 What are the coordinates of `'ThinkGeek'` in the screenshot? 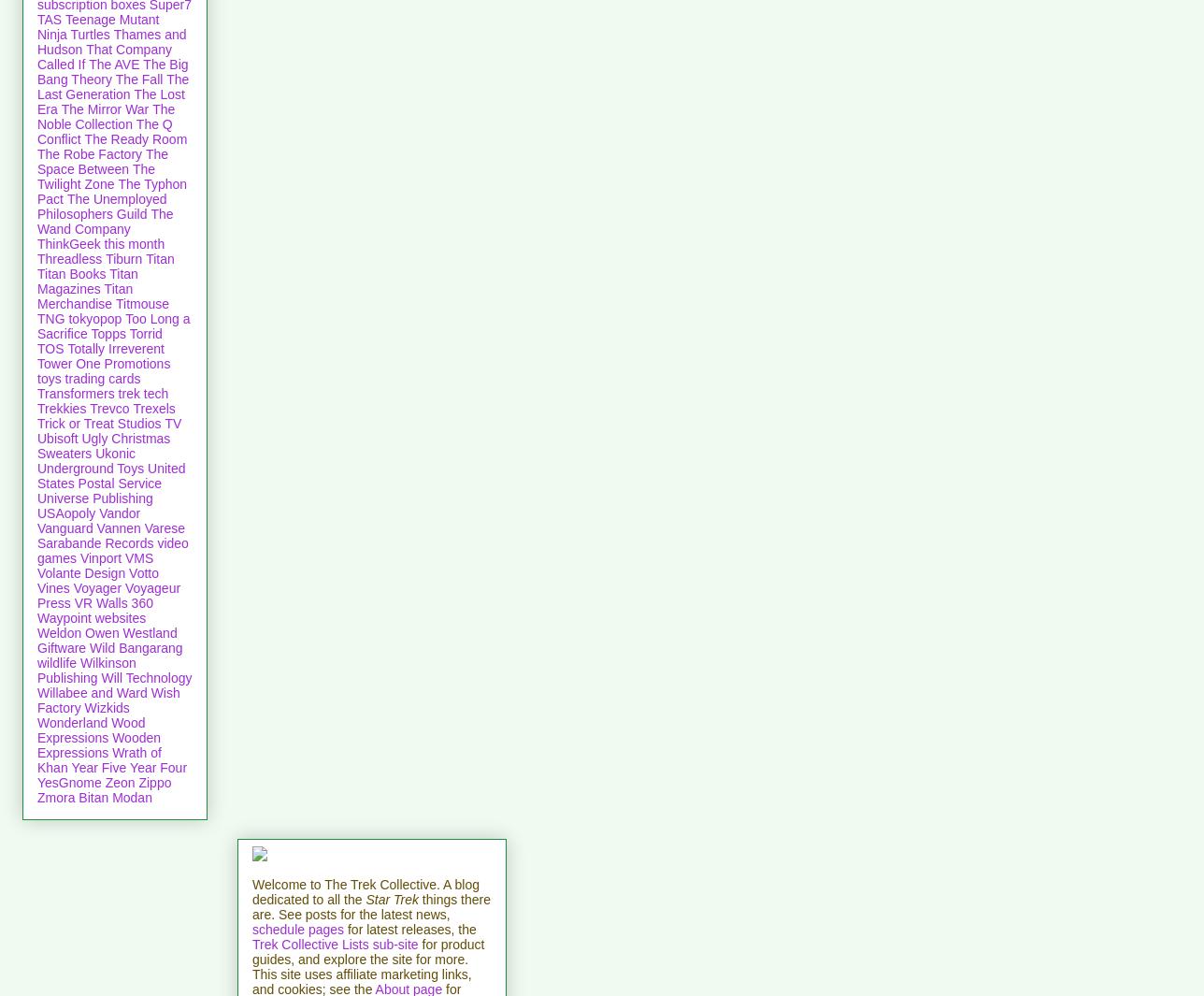 It's located at (68, 241).